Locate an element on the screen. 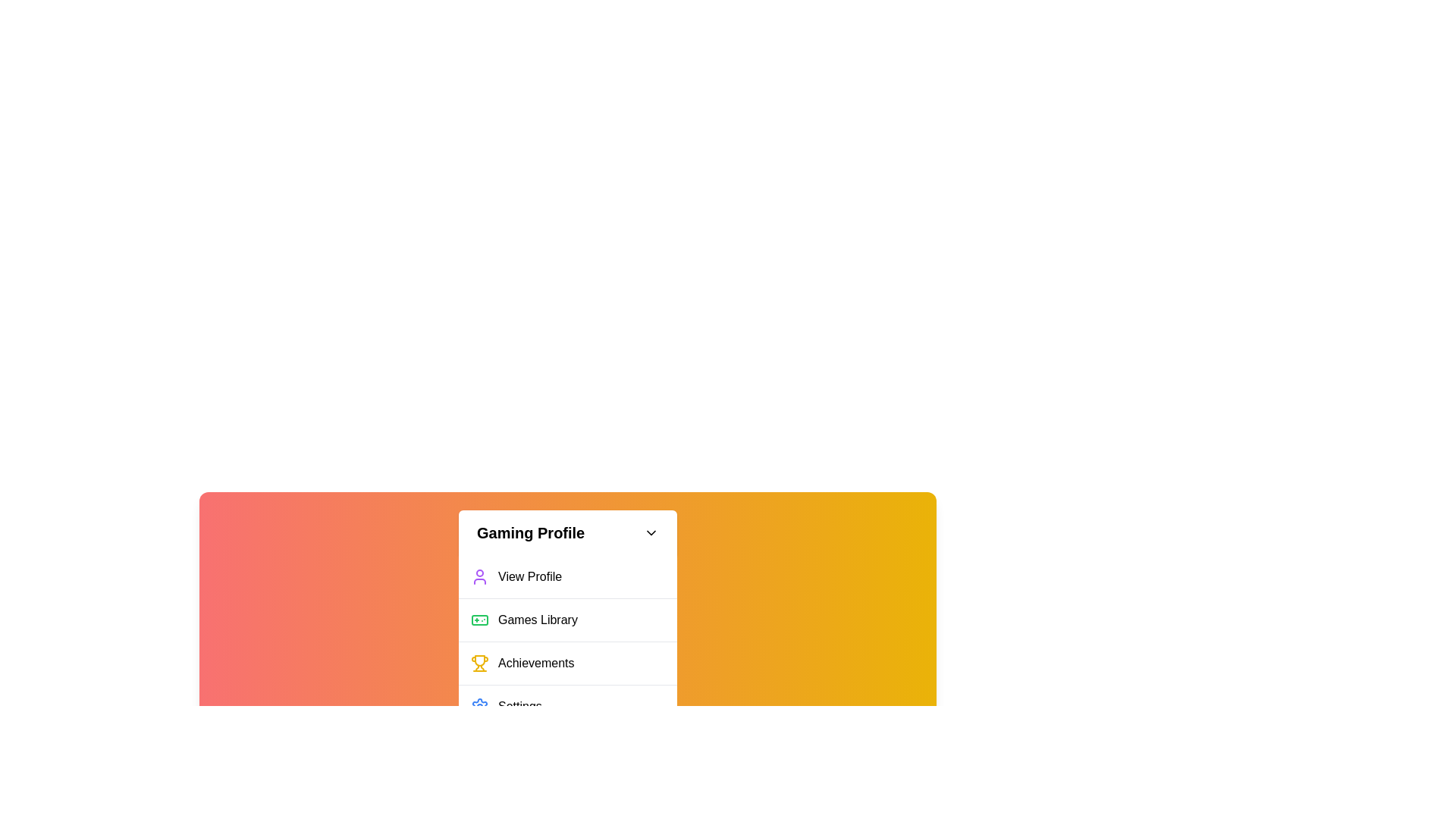 This screenshot has height=819, width=1456. the 'Settings' option in the menu is located at coordinates (566, 706).